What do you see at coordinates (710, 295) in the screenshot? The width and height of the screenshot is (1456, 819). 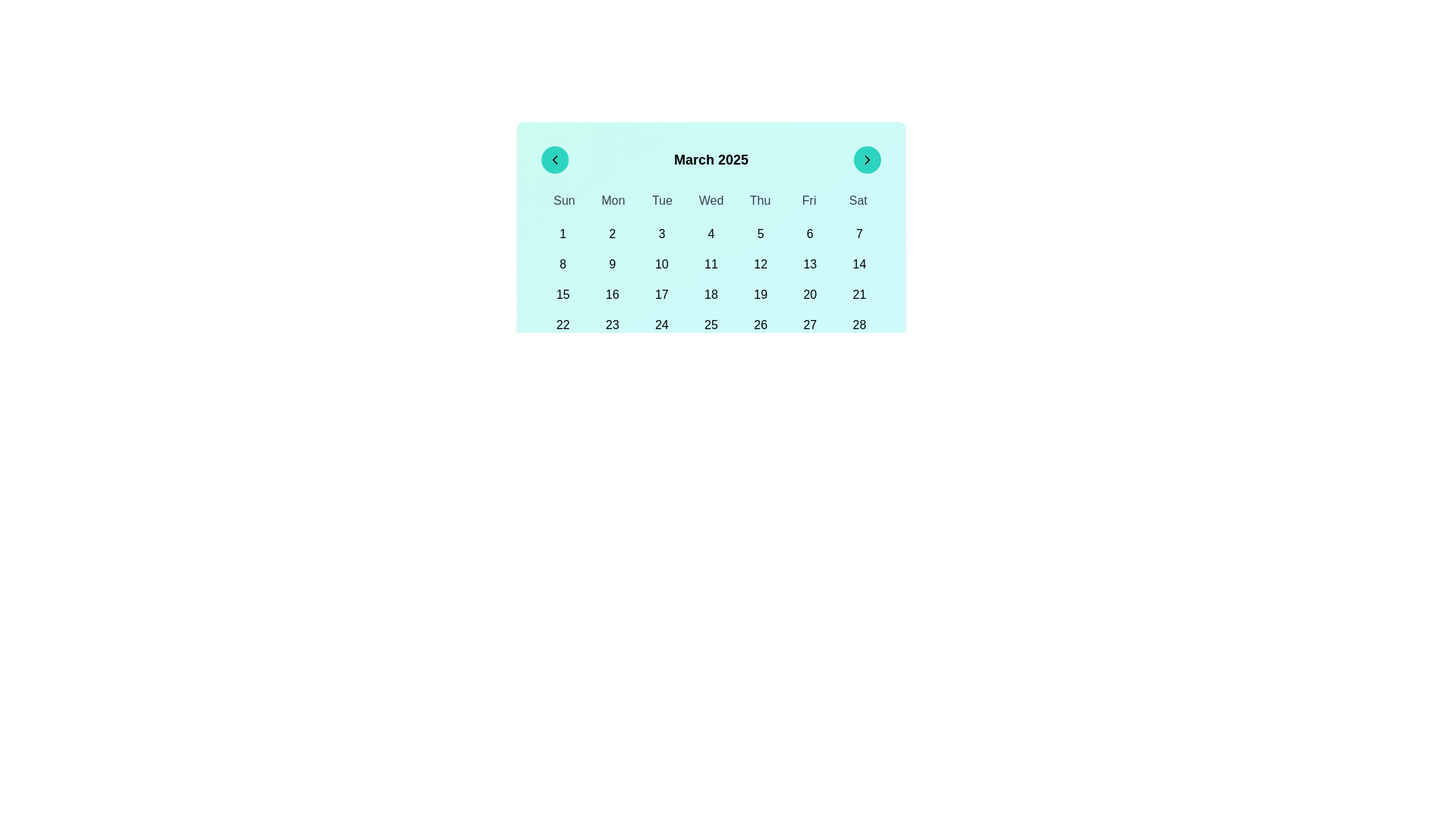 I see `the individual day cell in the interactive calendar grid located below the 'March 2025' header` at bounding box center [710, 295].